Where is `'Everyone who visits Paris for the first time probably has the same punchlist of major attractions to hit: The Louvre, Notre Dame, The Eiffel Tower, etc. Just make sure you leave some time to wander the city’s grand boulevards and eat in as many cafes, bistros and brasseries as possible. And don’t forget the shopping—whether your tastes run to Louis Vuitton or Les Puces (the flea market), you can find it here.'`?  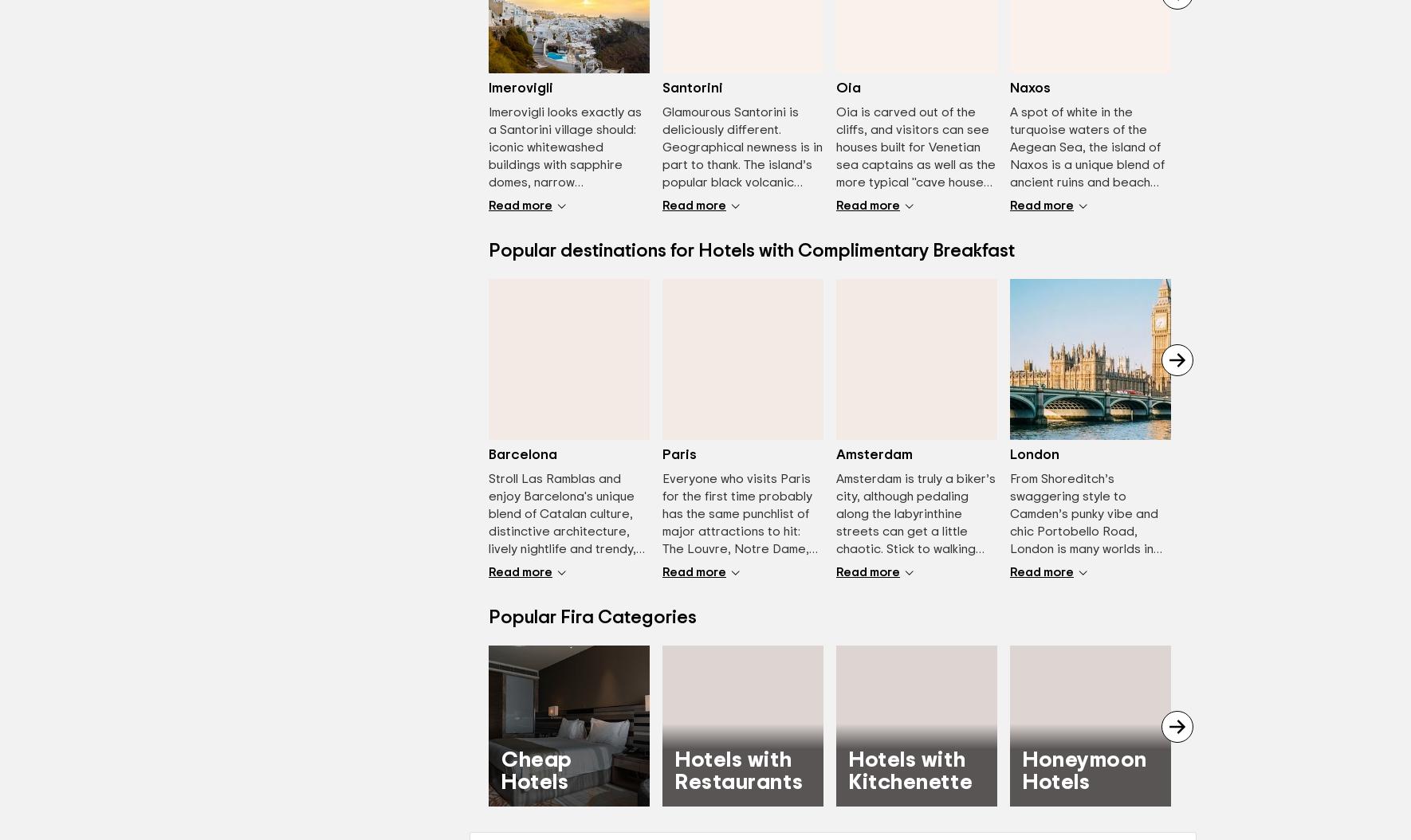
'Everyone who visits Paris for the first time probably has the same punchlist of major attractions to hit: The Louvre, Notre Dame, The Eiffel Tower, etc. Just make sure you leave some time to wander the city’s grand boulevards and eat in as many cafes, bistros and brasseries as possible. And don’t forget the shopping—whether your tastes run to Louis Vuitton or Les Puces (the flea market), you can find it here.' is located at coordinates (740, 619).